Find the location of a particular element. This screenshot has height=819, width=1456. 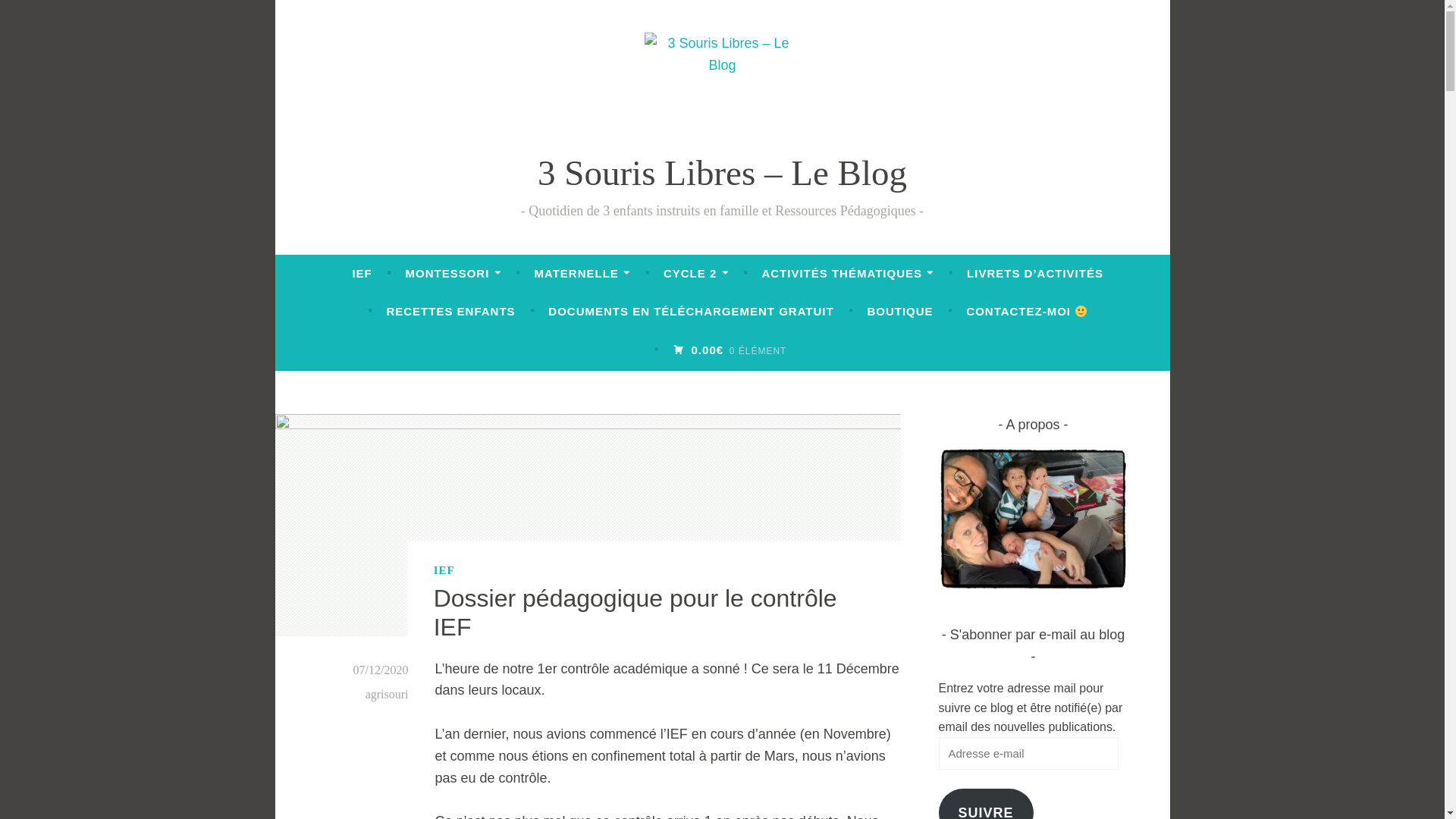

'BOUTIQUE' is located at coordinates (866, 311).